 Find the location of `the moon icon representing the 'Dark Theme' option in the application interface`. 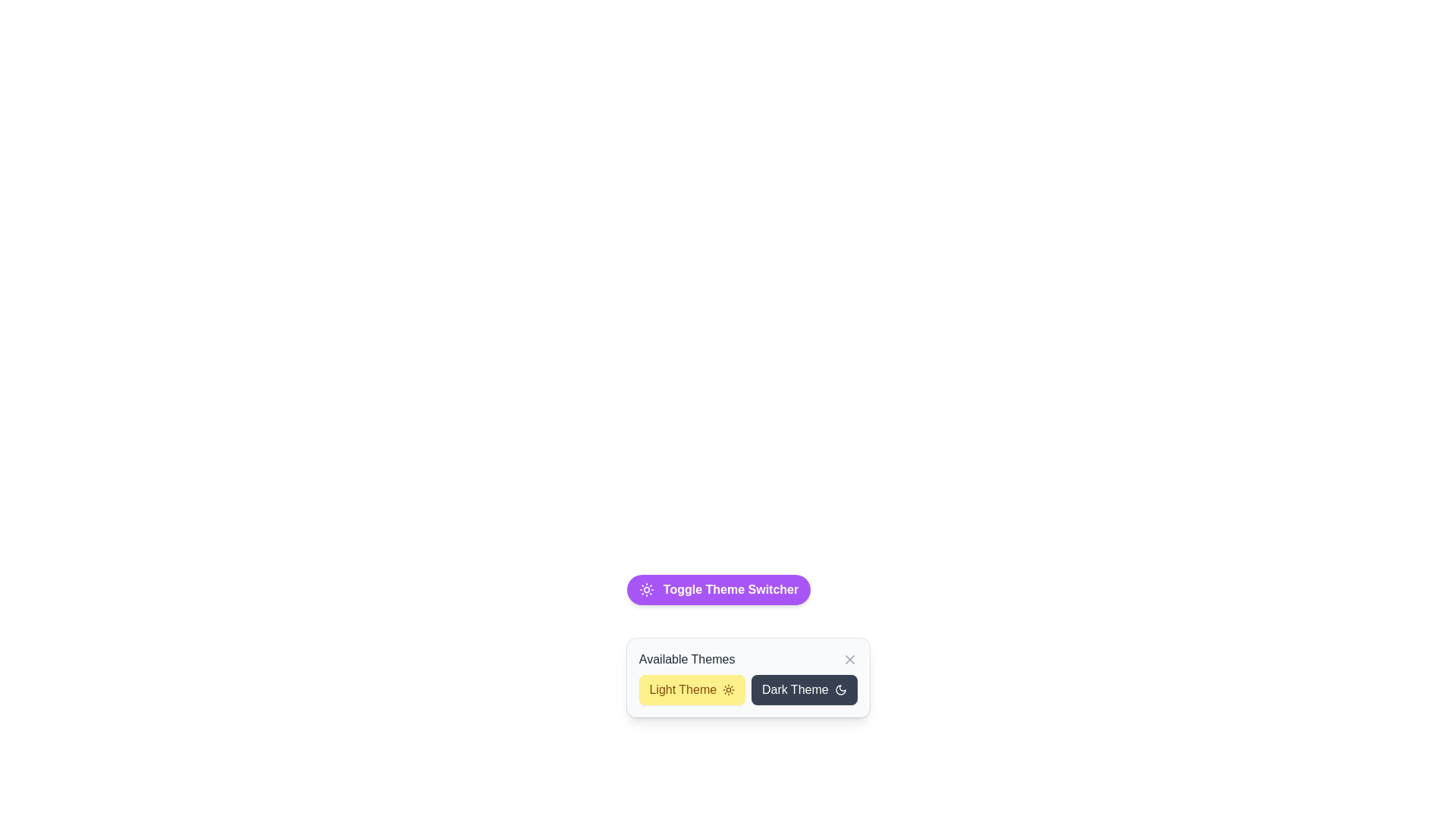

the moon icon representing the 'Dark Theme' option in the application interface is located at coordinates (839, 690).